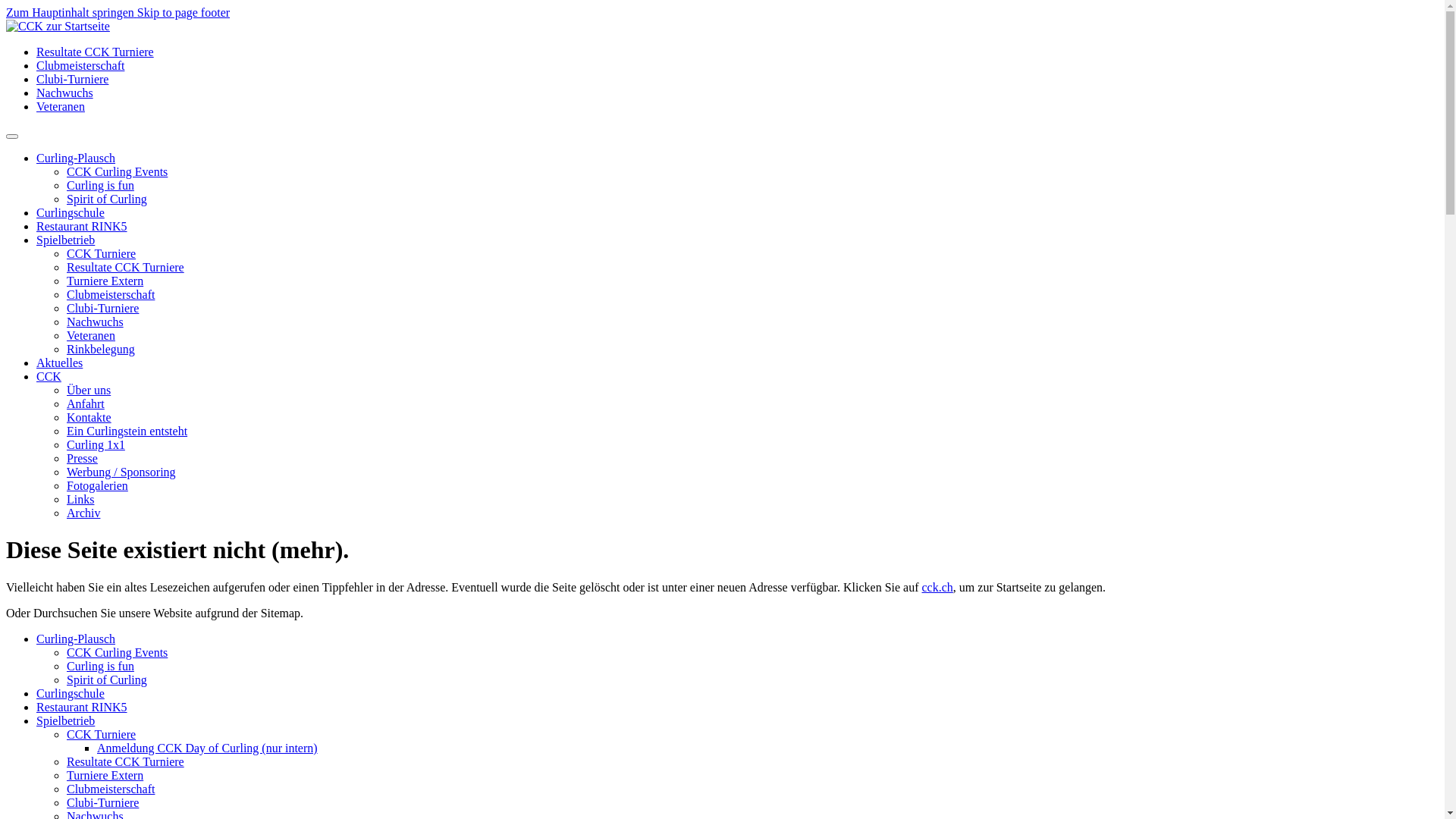 This screenshot has height=819, width=1456. Describe the element at coordinates (100, 733) in the screenshot. I see `'CCK Turniere'` at that location.